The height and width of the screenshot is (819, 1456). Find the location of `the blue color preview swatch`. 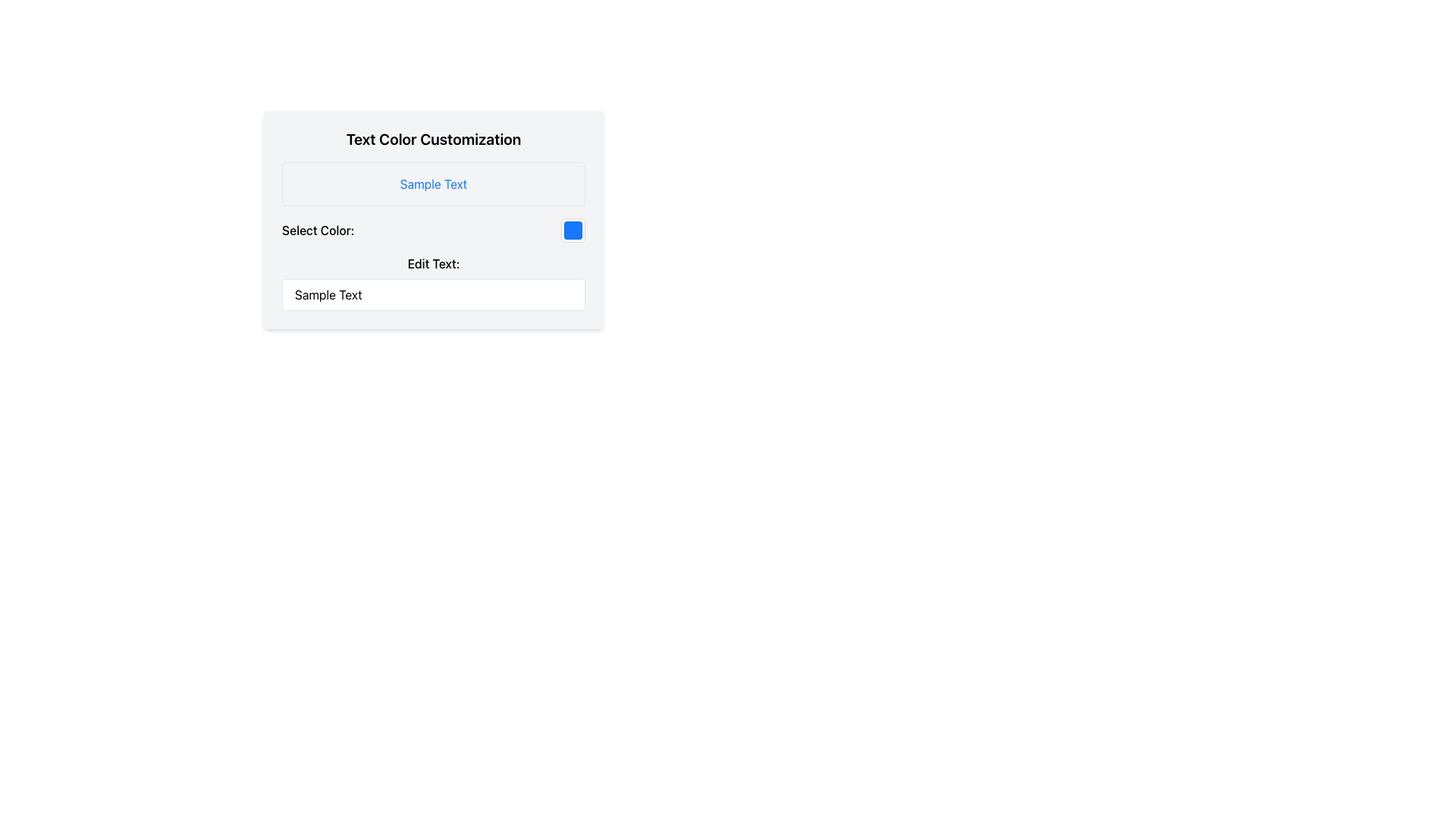

the blue color preview swatch is located at coordinates (572, 231).